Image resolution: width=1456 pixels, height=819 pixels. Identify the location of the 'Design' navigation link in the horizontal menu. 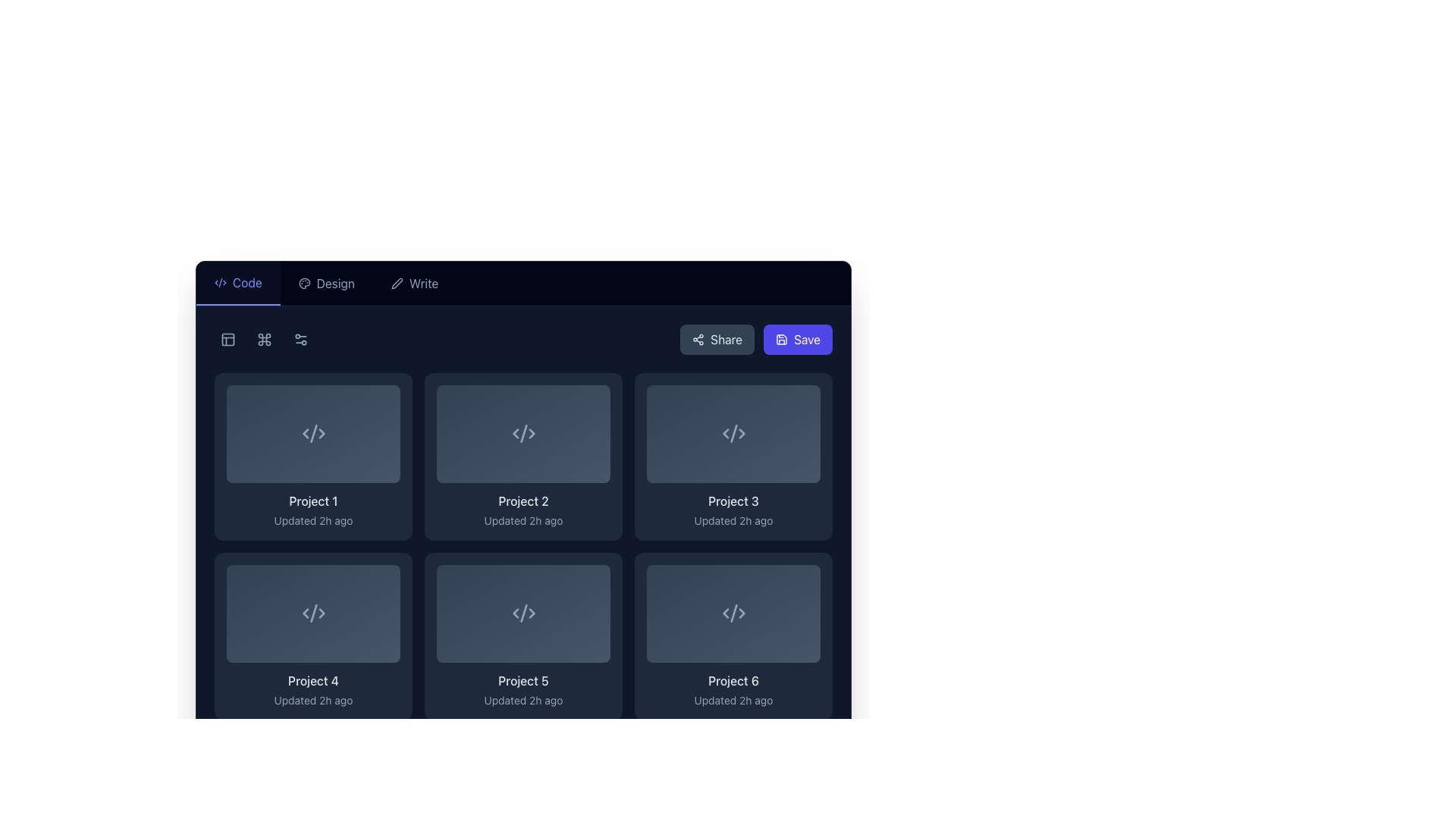
(334, 284).